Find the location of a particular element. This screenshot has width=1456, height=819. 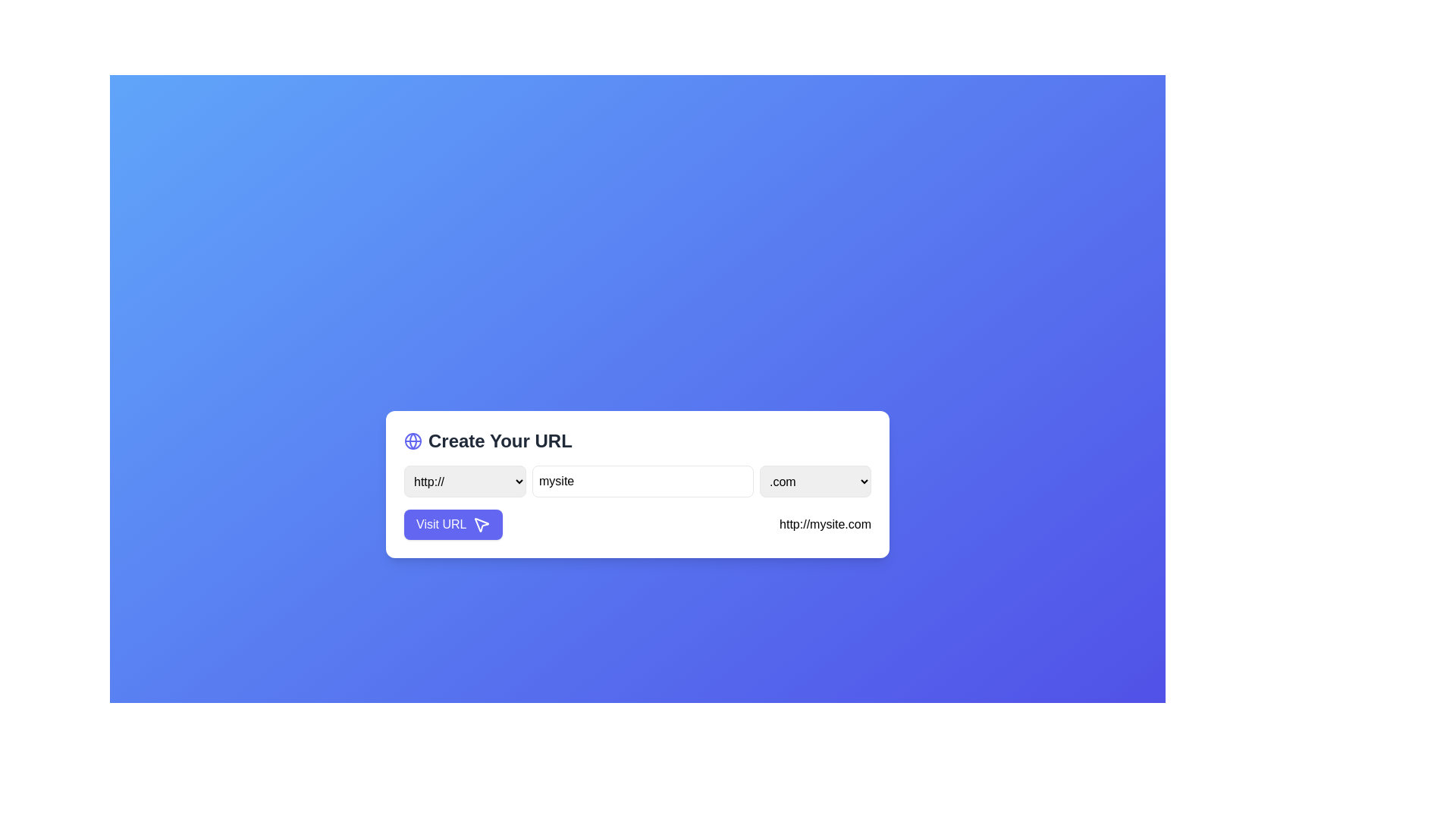

the SVG Circle element, which has an indigo-blue border and is located at the center of the globe icon, positioned to the left of the 'Create Your URL' label is located at coordinates (413, 441).